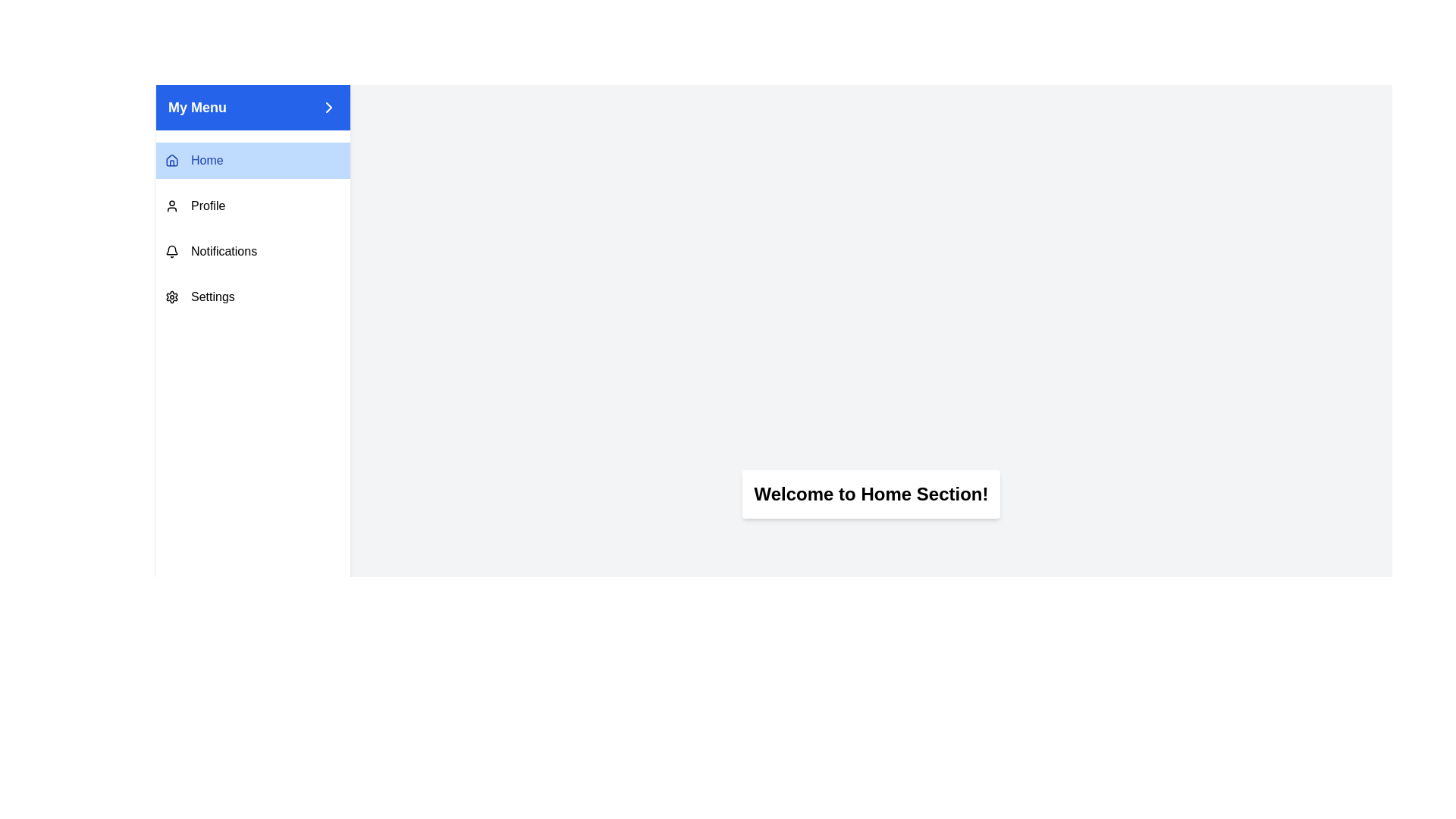 The height and width of the screenshot is (819, 1456). Describe the element at coordinates (171, 297) in the screenshot. I see `the gear-like settings icon located in the left-hand side menu, which is the fourth item from the top` at that location.